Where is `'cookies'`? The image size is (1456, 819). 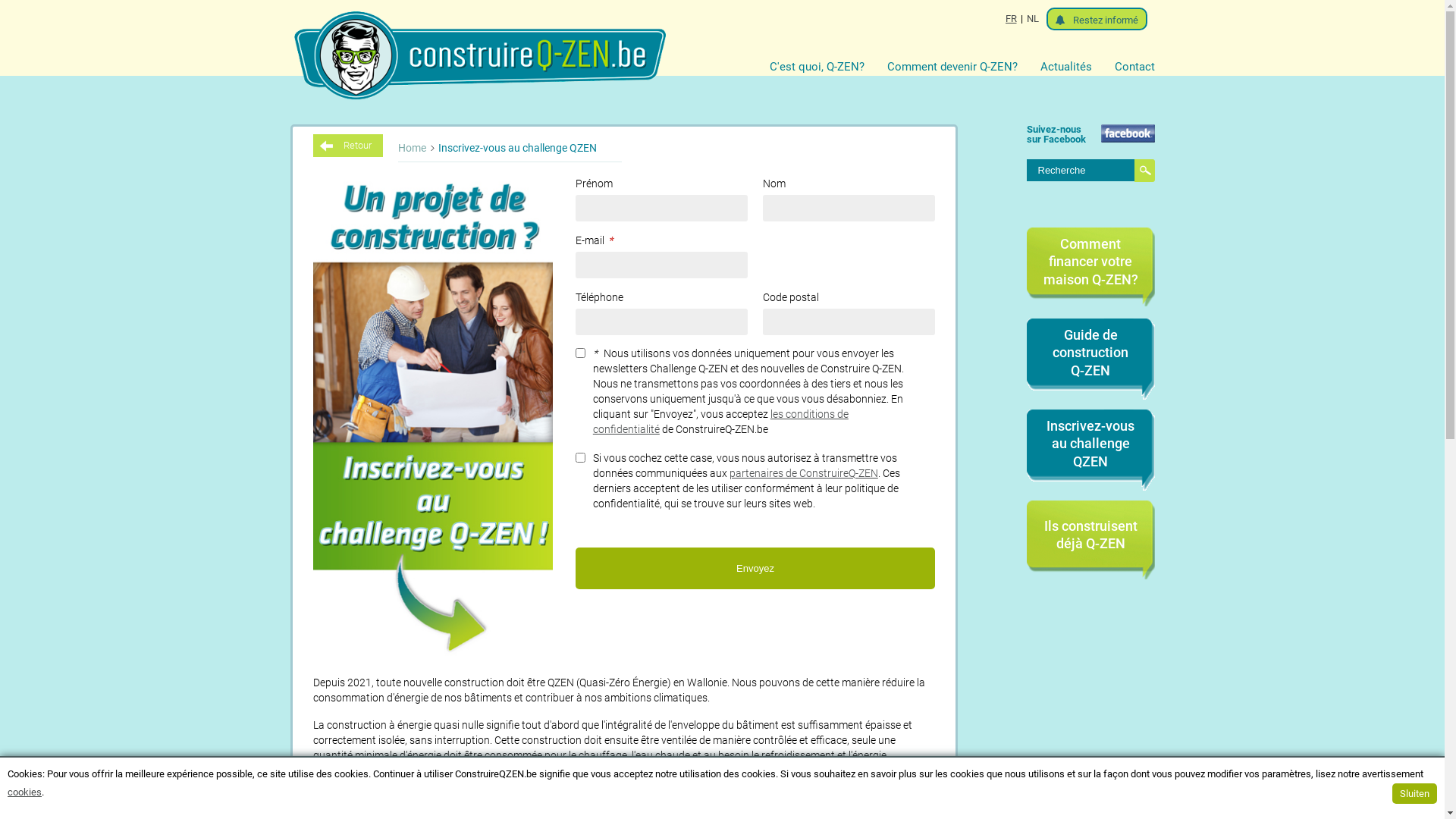 'cookies' is located at coordinates (24, 791).